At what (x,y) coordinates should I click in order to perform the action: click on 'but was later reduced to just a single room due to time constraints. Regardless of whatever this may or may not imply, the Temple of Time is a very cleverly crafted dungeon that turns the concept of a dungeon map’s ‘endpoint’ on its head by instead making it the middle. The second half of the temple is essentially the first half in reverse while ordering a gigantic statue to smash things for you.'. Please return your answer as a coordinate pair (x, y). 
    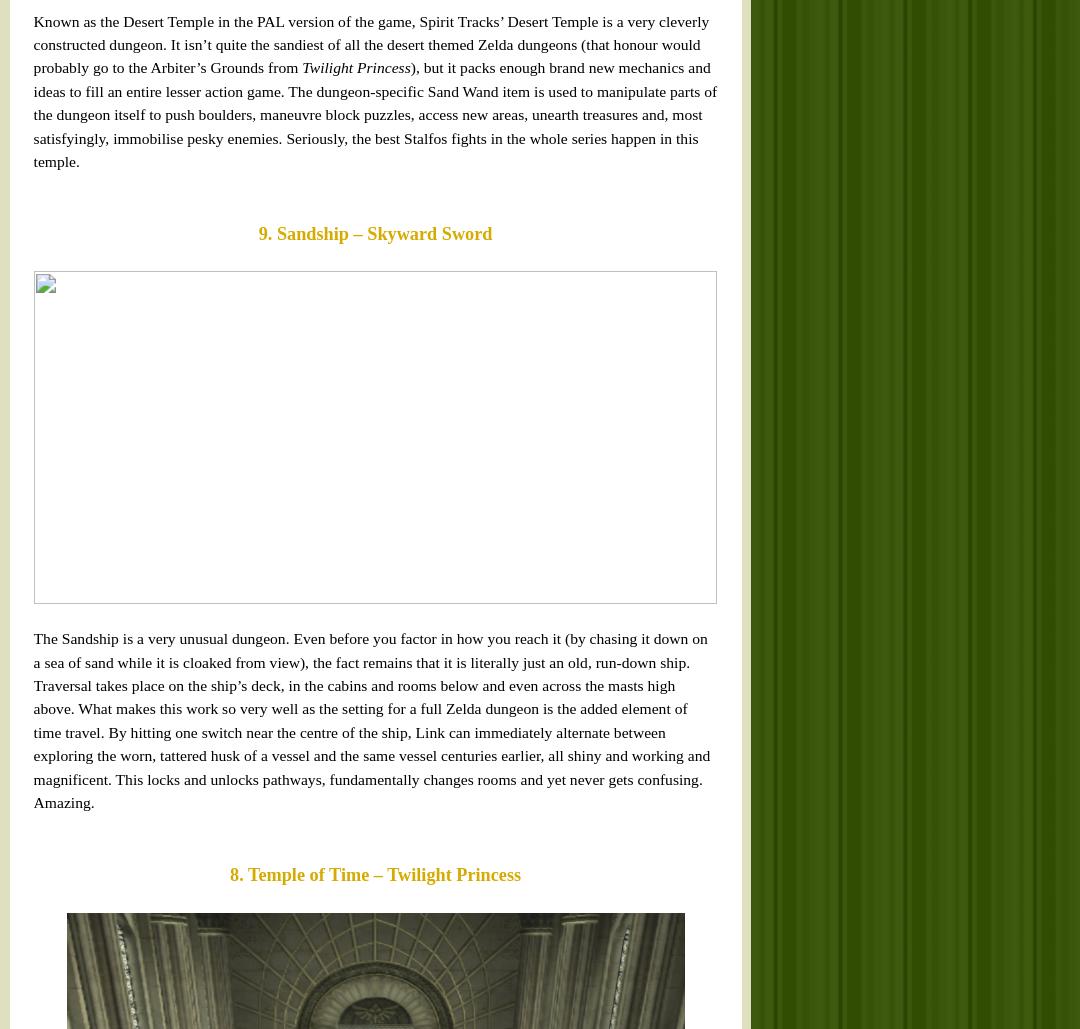
    Looking at the image, I should click on (27, 341).